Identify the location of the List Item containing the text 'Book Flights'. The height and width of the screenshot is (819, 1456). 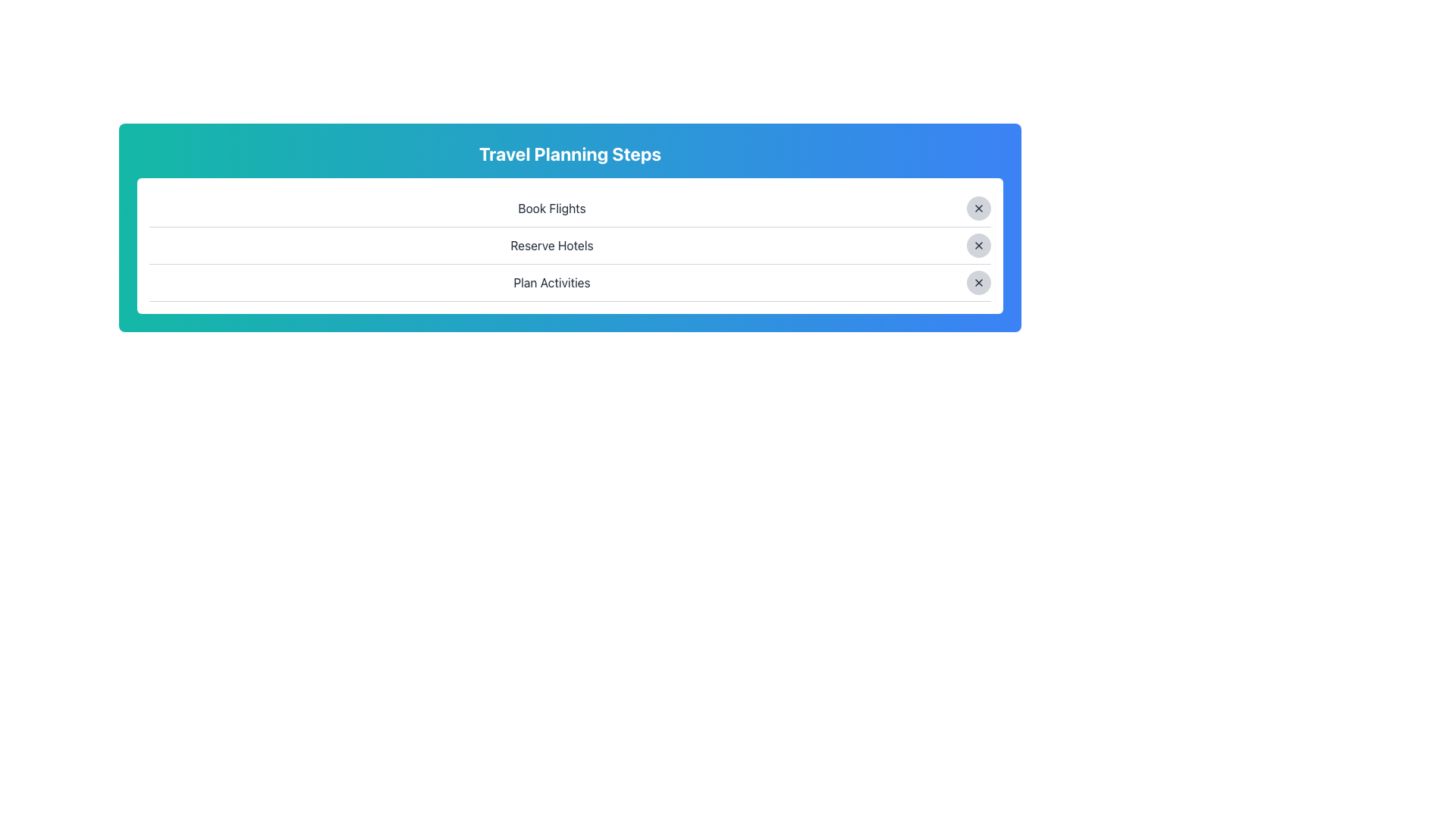
(570, 208).